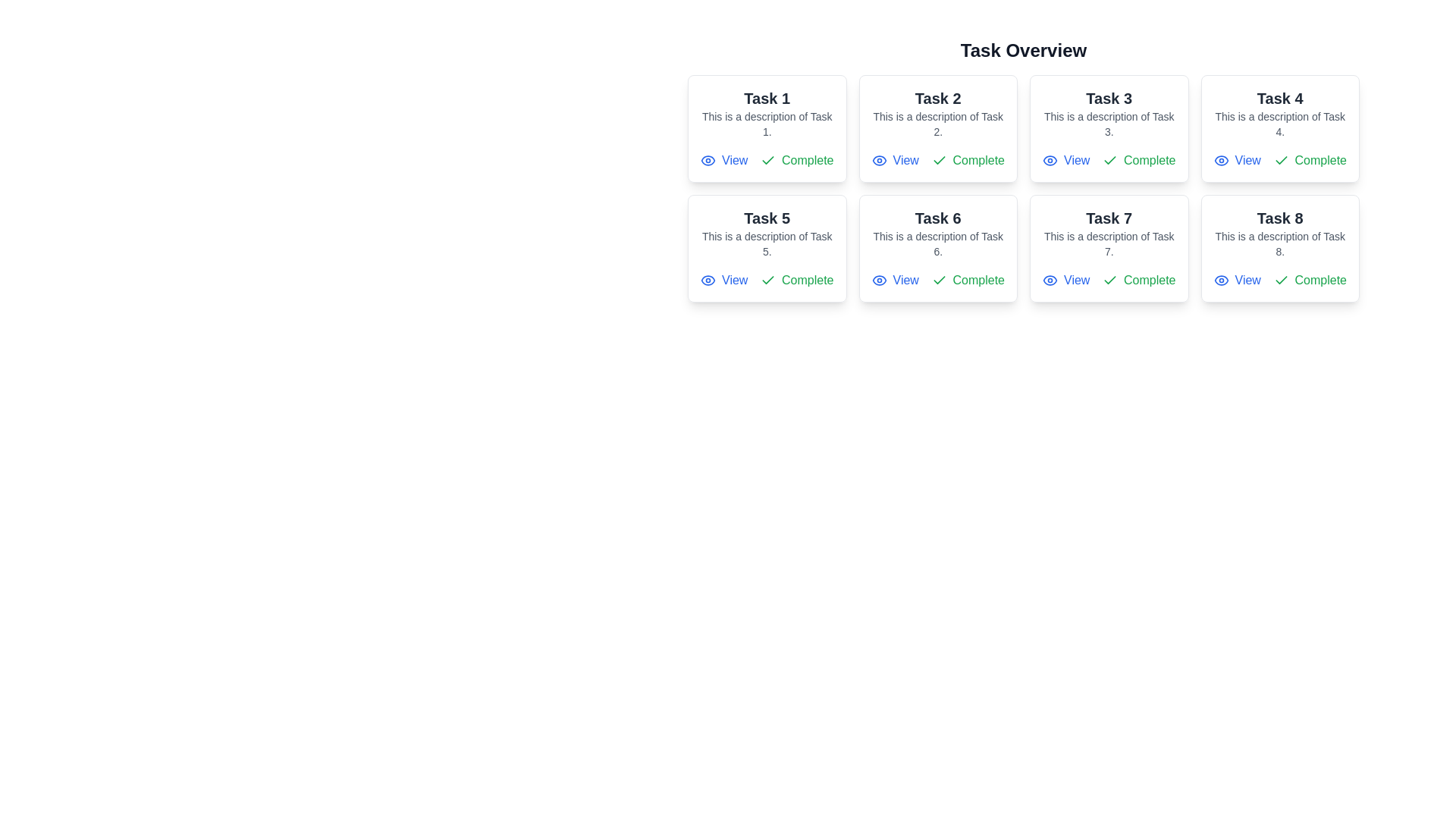 The height and width of the screenshot is (819, 1456). What do you see at coordinates (1309, 161) in the screenshot?
I see `the interactive button located in the second row, second column of the grid layout, beneath 'Task 4' and to the right of the 'View' button, to mark the task as completed` at bounding box center [1309, 161].